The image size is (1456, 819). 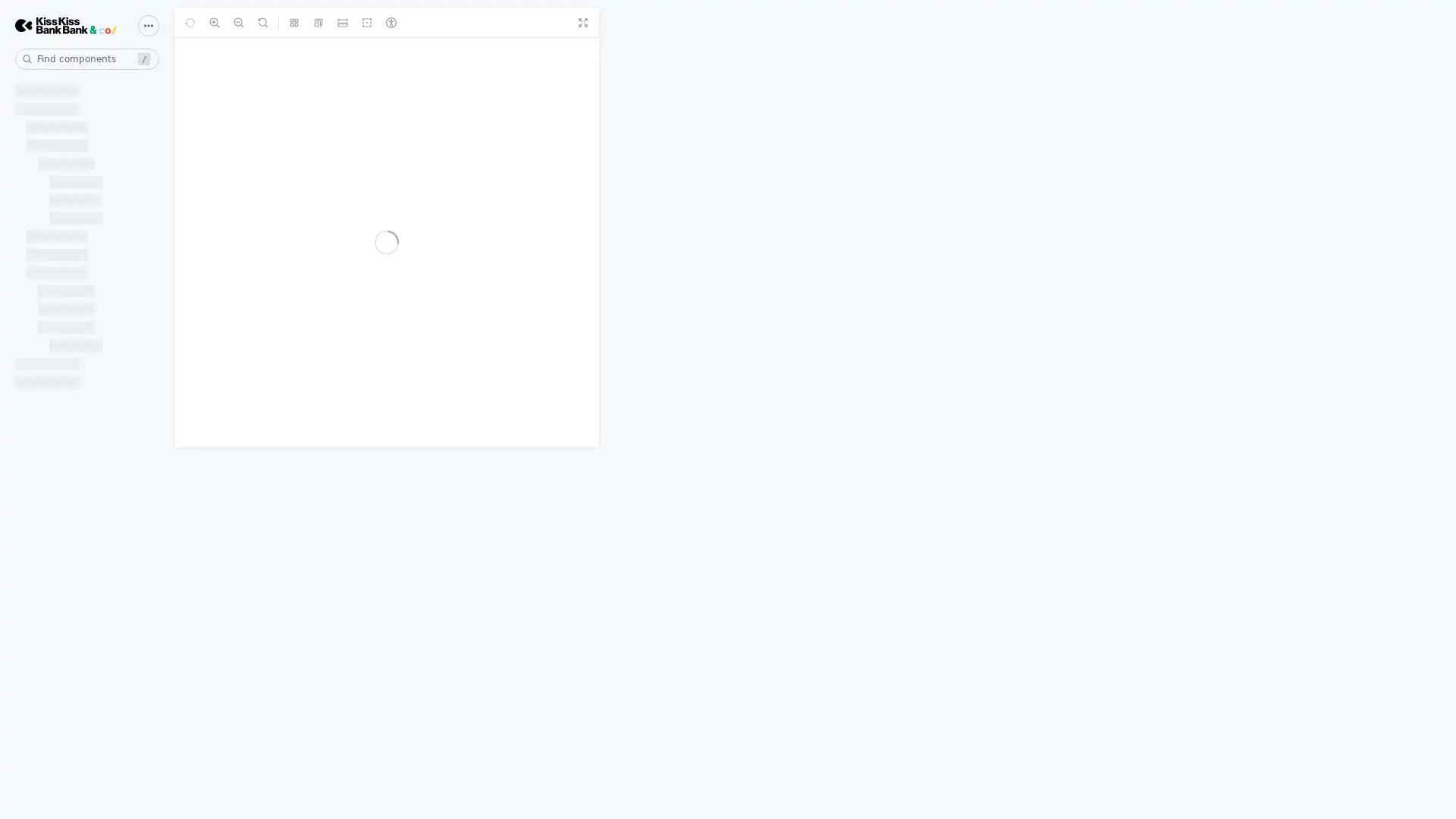 I want to click on Change the background of the preview, so click(x=411, y=23).